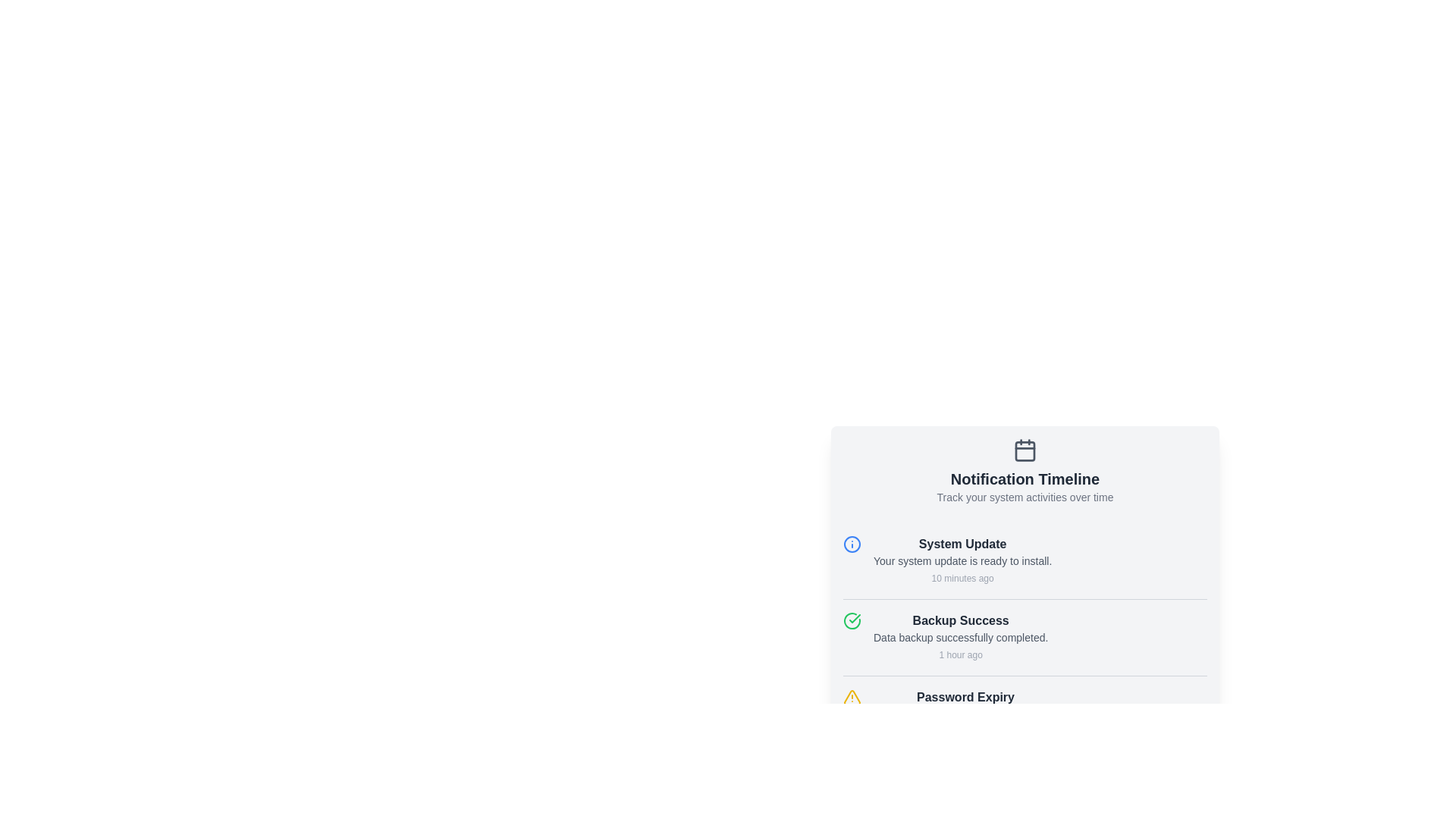 The width and height of the screenshot is (1456, 819). I want to click on the notification title in the white rounded notification card located in the bottom-right region of the interface, so click(1025, 547).